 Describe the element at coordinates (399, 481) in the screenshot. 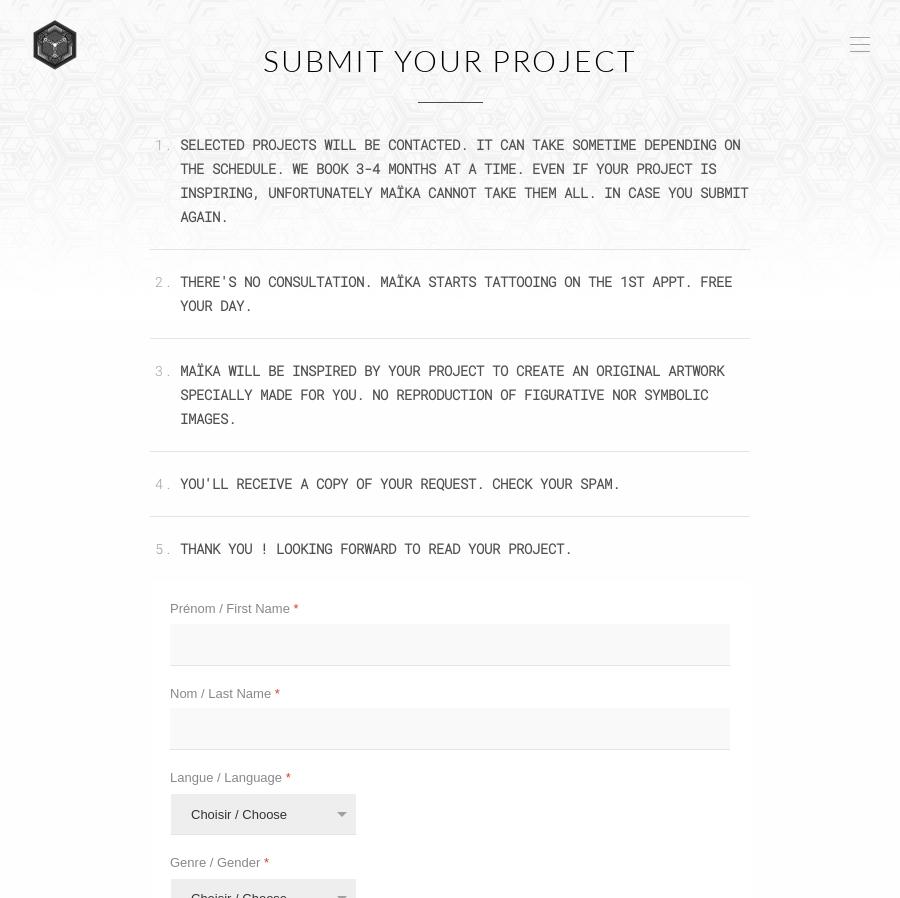

I see `'YOU'LL RECEIVE A COPY OF YOUR REQUEST. CHECK YOUR SPAM.'` at that location.